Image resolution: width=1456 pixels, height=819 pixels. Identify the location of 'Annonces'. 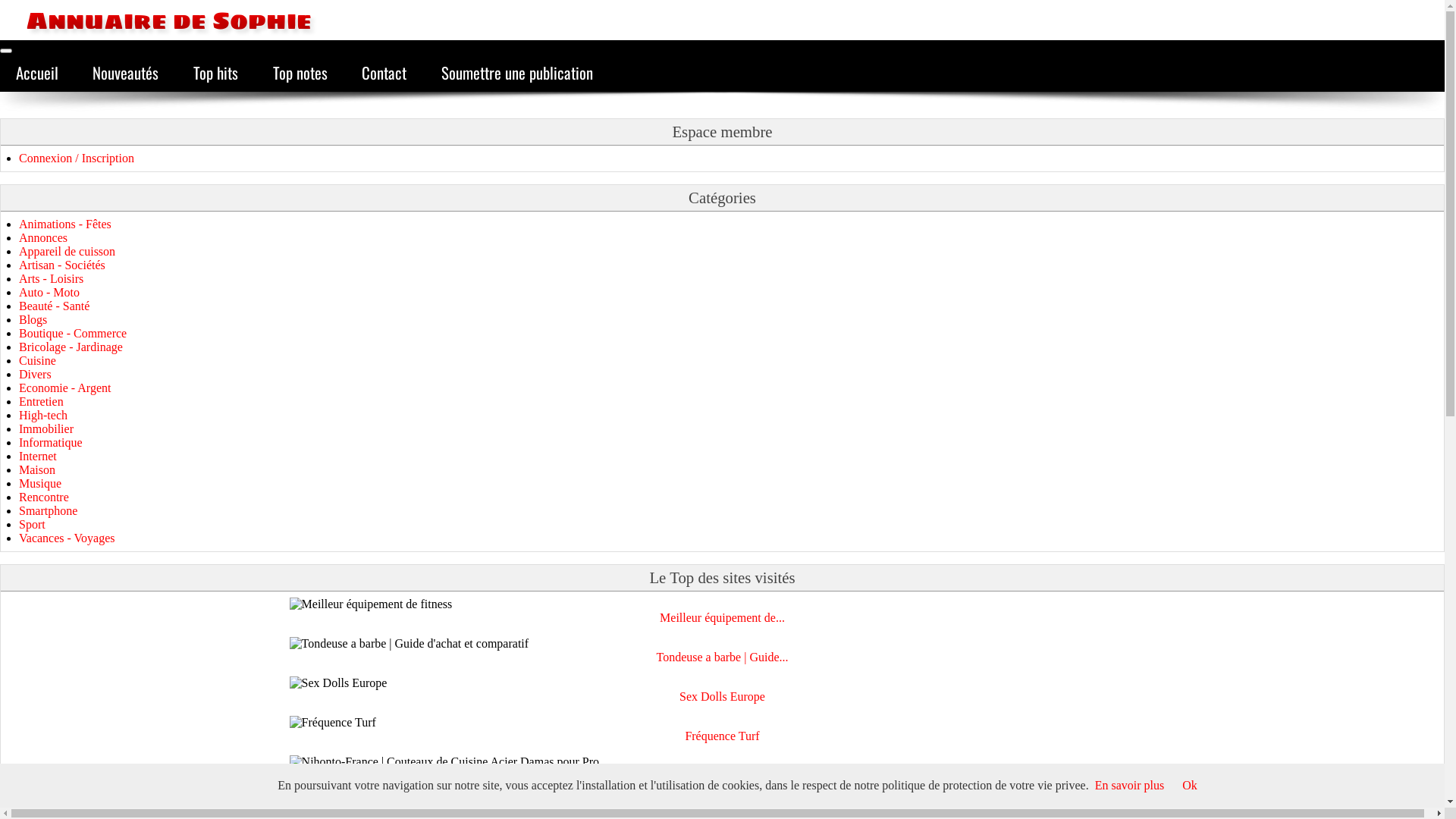
(43, 237).